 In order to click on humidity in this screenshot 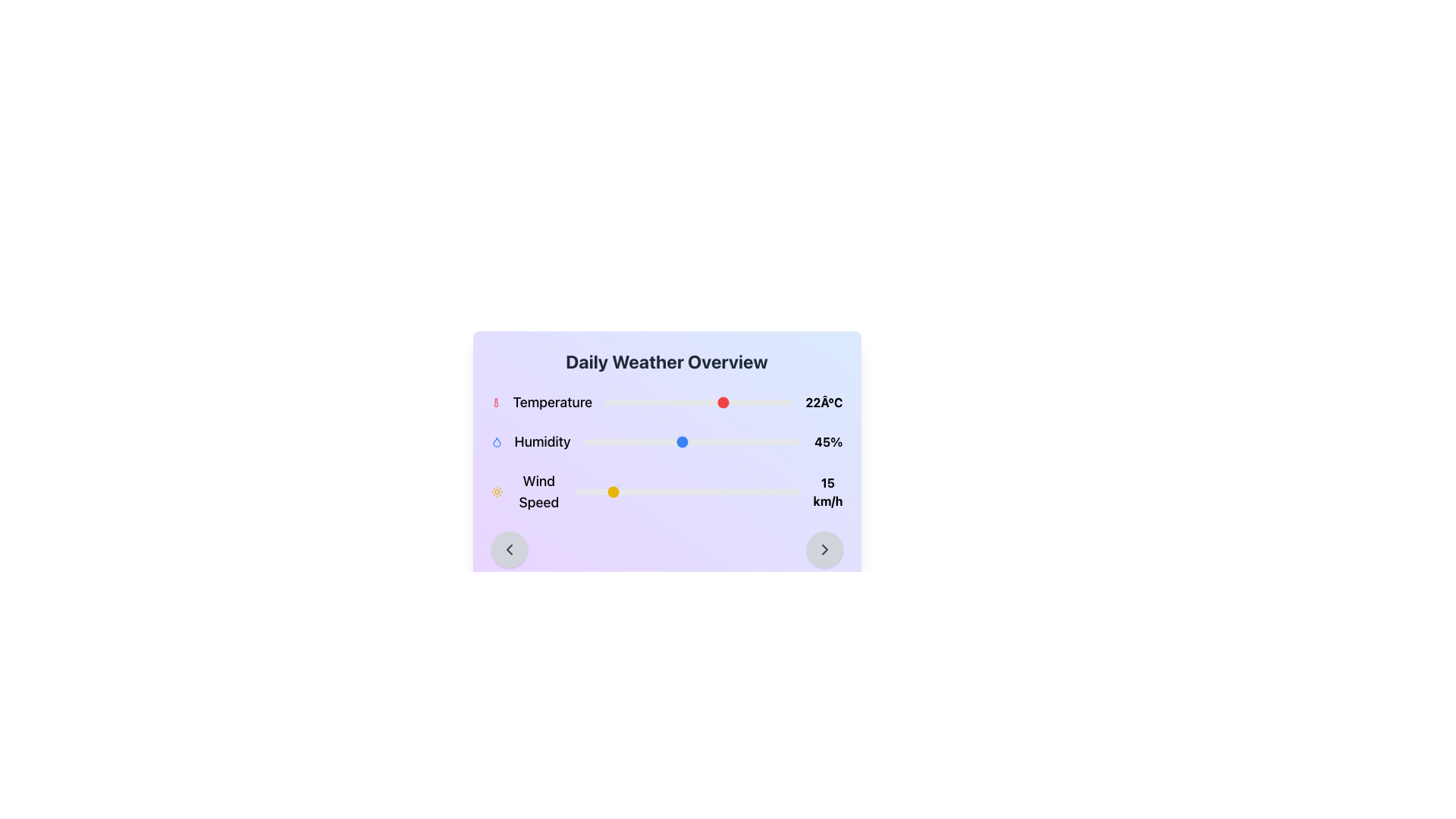, I will do `click(599, 441)`.